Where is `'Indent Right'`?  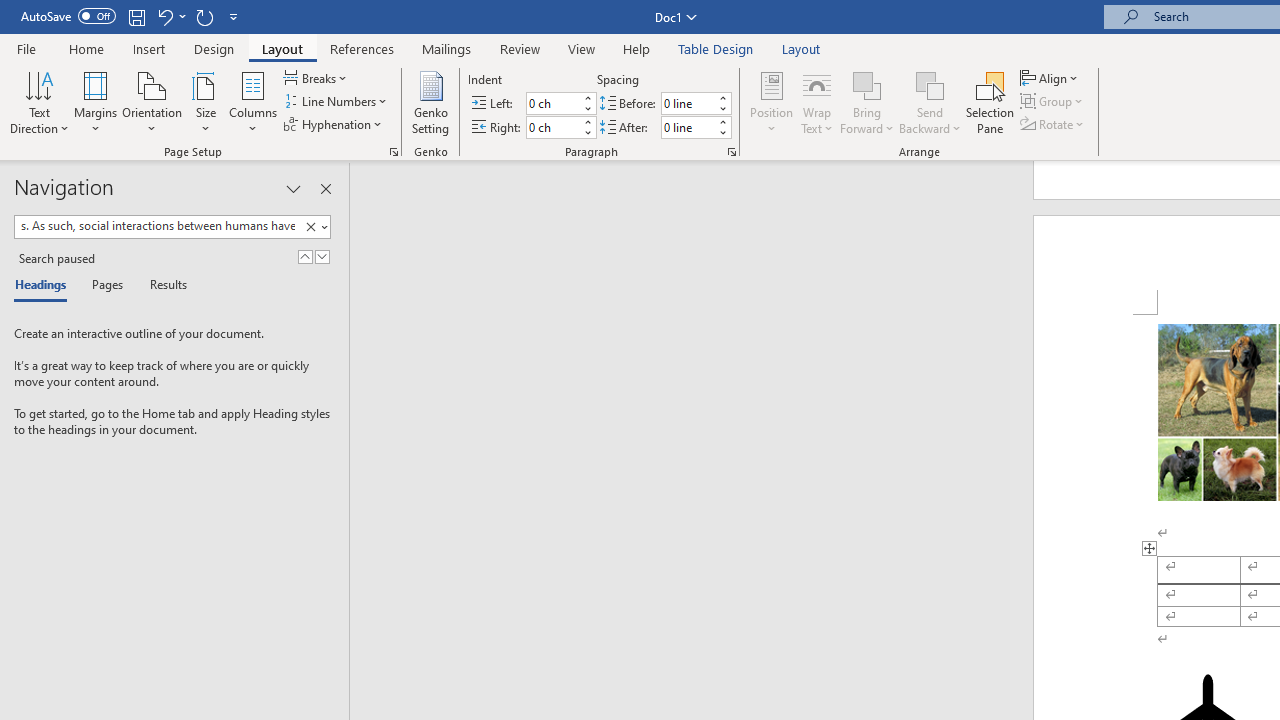
'Indent Right' is located at coordinates (552, 127).